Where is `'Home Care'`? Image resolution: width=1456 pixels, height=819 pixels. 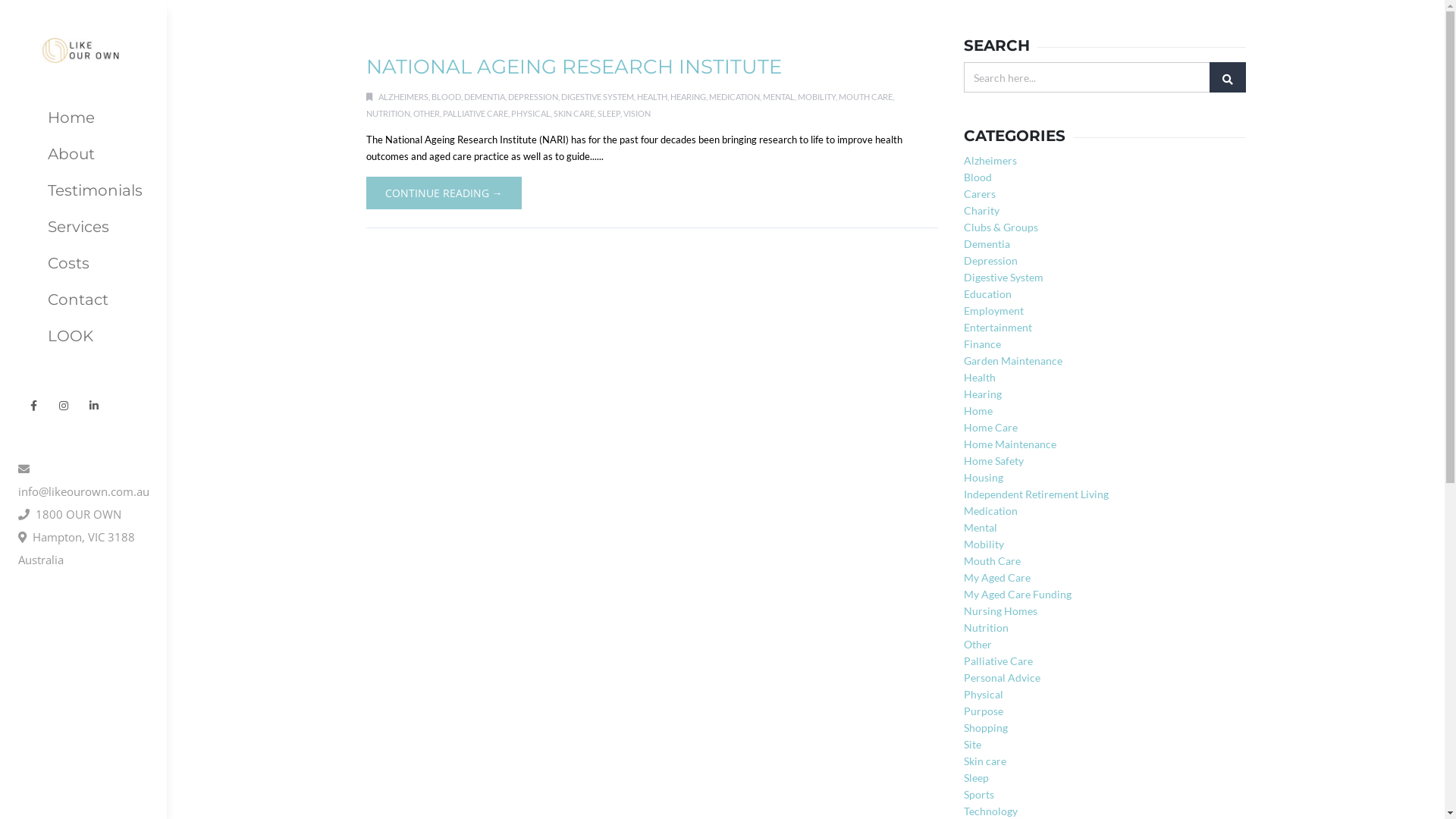 'Home Care' is located at coordinates (990, 427).